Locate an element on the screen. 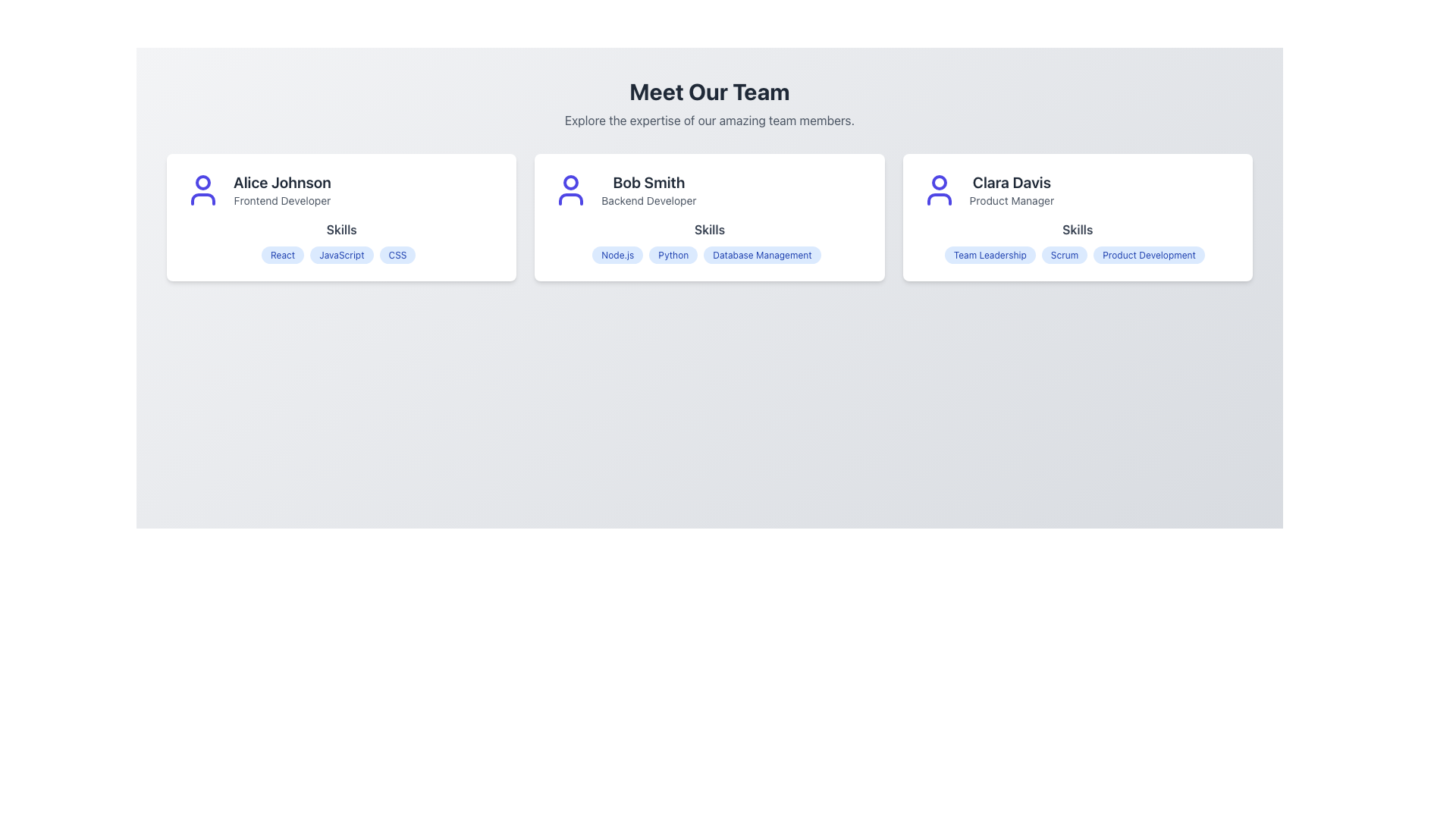 This screenshot has height=819, width=1456. the Profile summary block for Clara Davis, the Product Manager is located at coordinates (1077, 189).